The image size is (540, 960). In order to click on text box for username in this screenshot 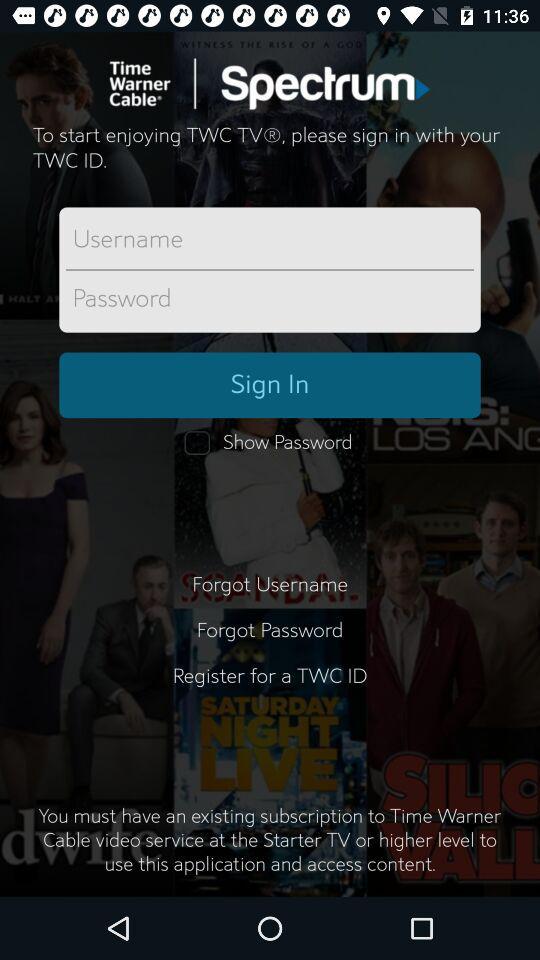, I will do `click(270, 240)`.